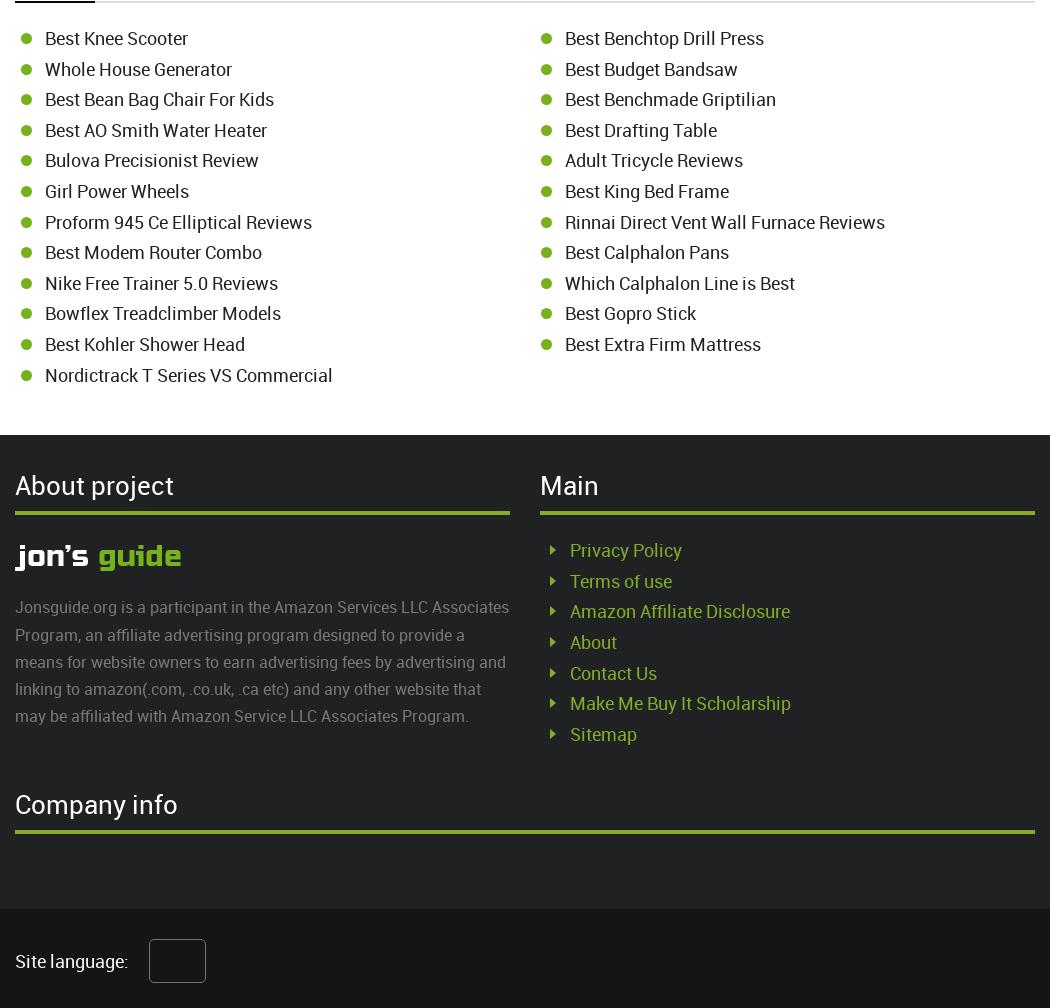 Image resolution: width=1050 pixels, height=1008 pixels. Describe the element at coordinates (71, 961) in the screenshot. I see `'Site language:'` at that location.